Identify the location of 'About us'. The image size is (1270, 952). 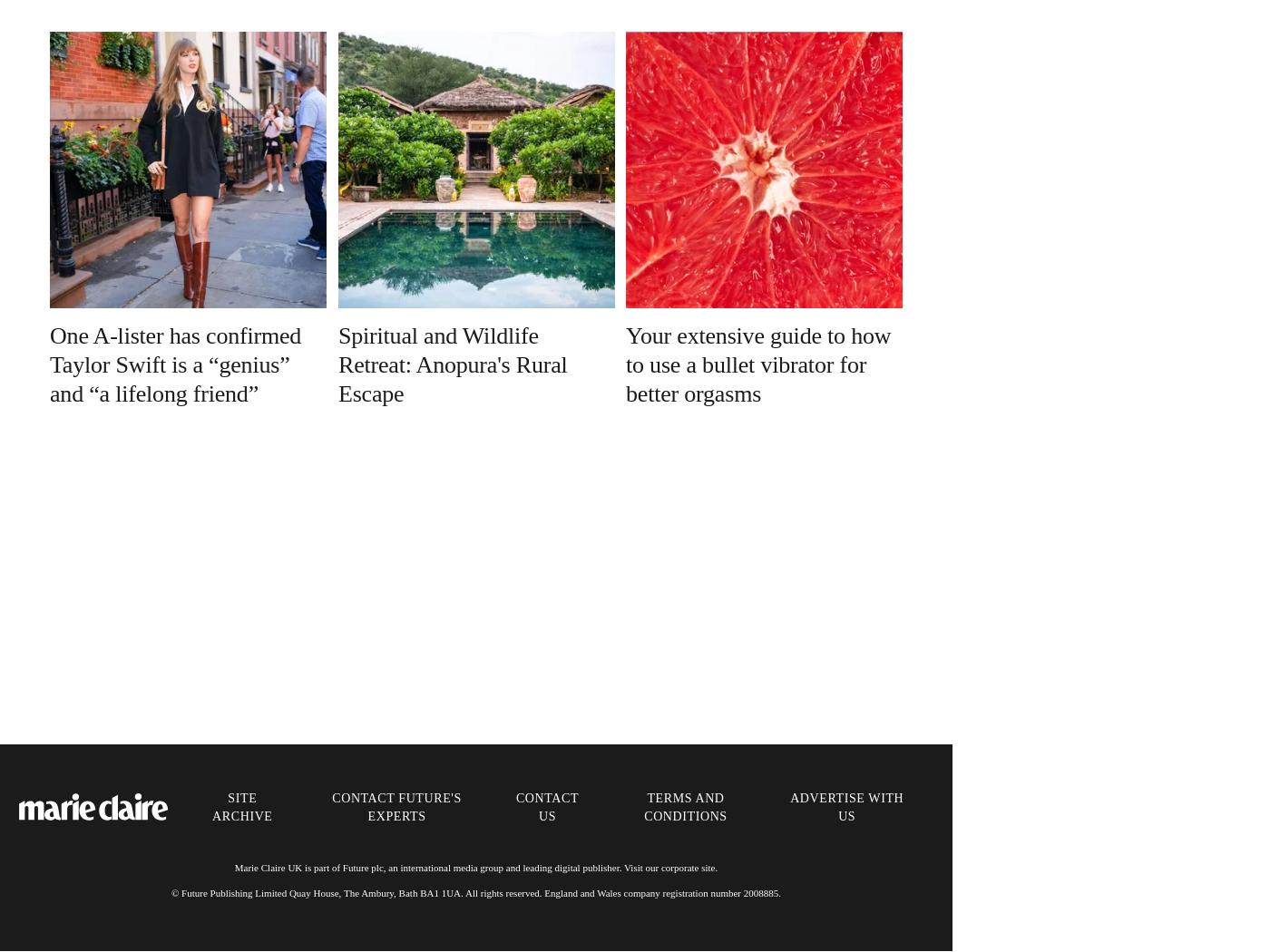
(1221, 796).